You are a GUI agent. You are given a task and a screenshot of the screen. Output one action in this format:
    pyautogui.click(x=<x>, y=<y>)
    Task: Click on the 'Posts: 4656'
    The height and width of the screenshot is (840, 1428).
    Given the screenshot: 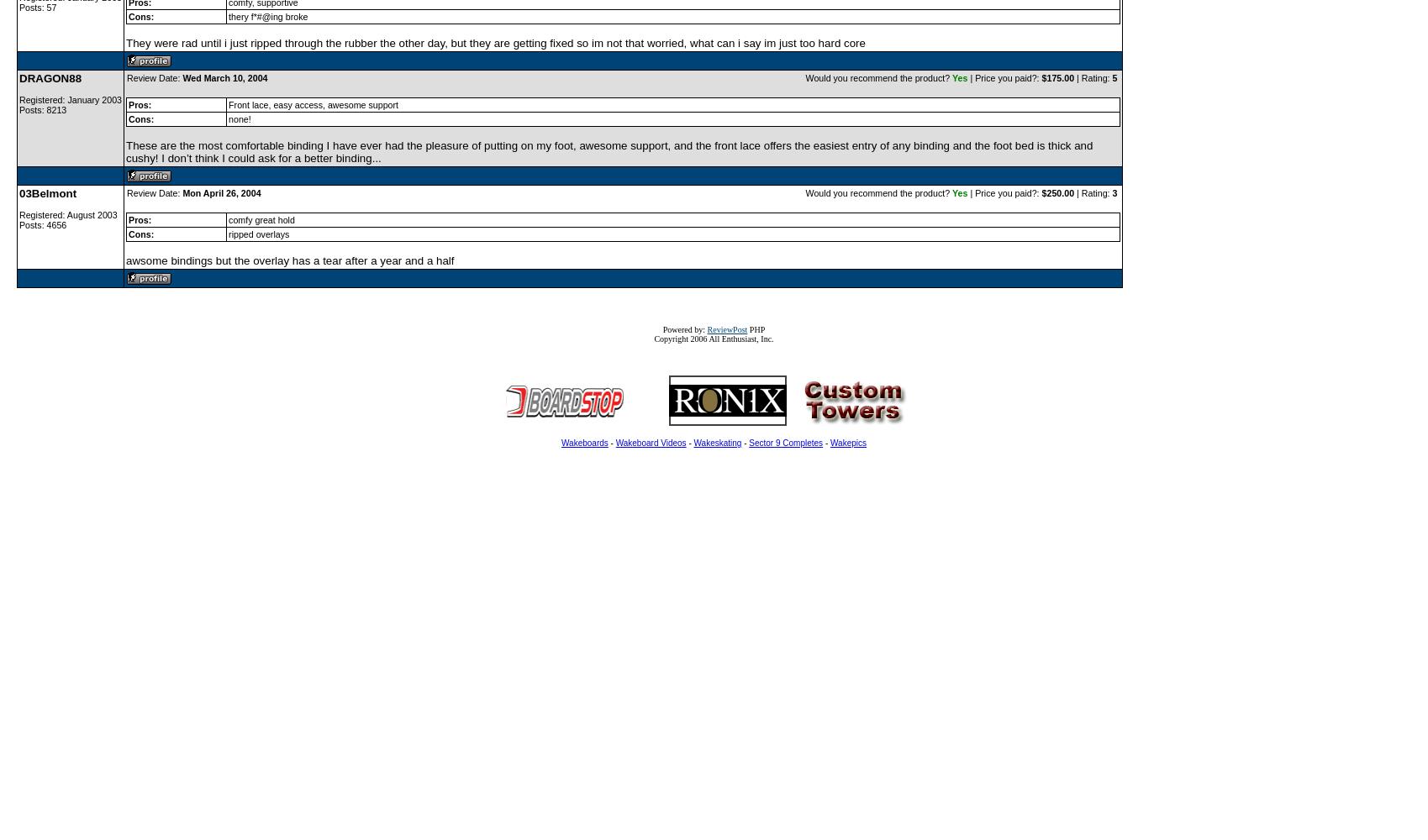 What is the action you would take?
    pyautogui.click(x=42, y=225)
    